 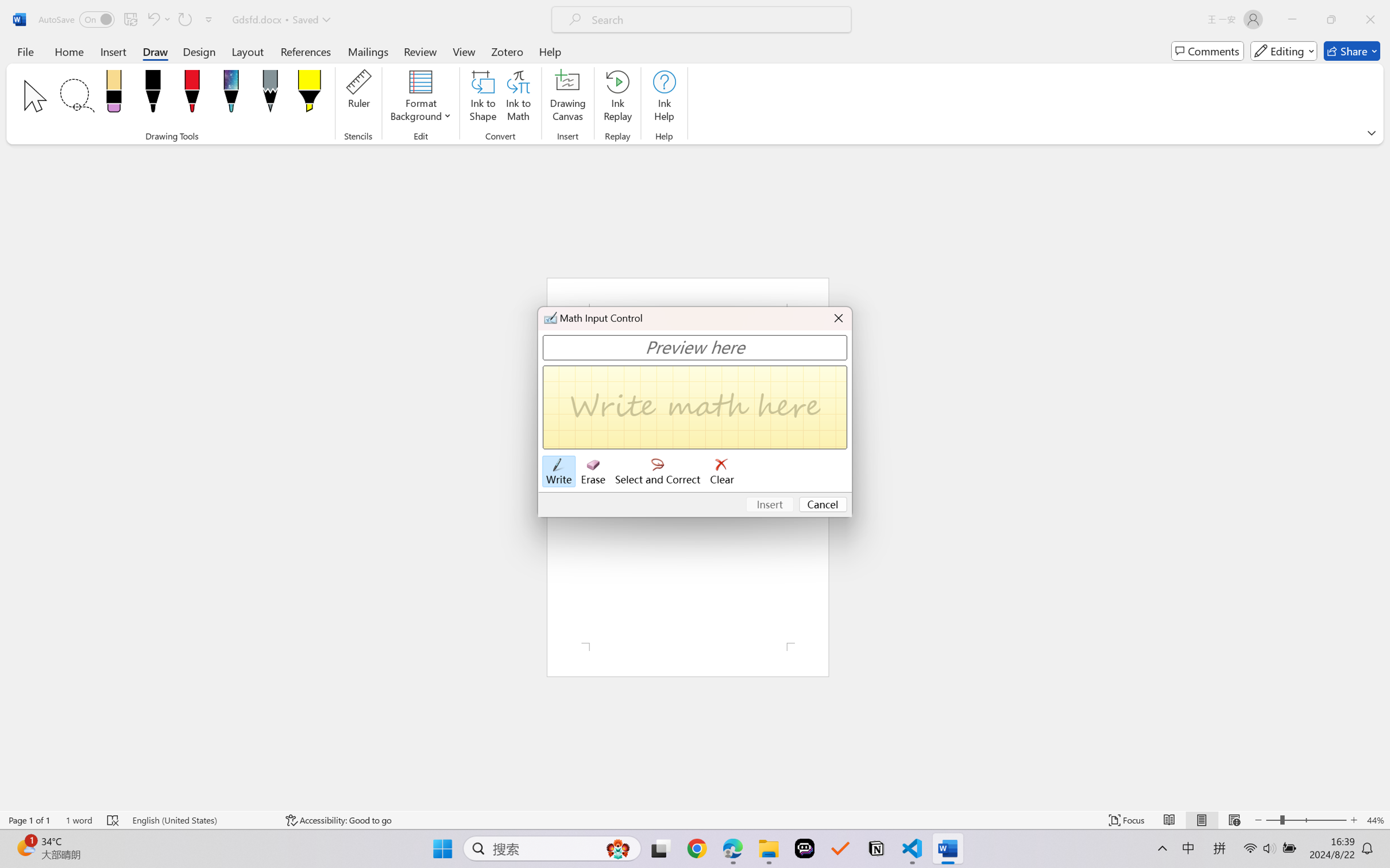 I want to click on 'Select and Correct', so click(x=658, y=471).